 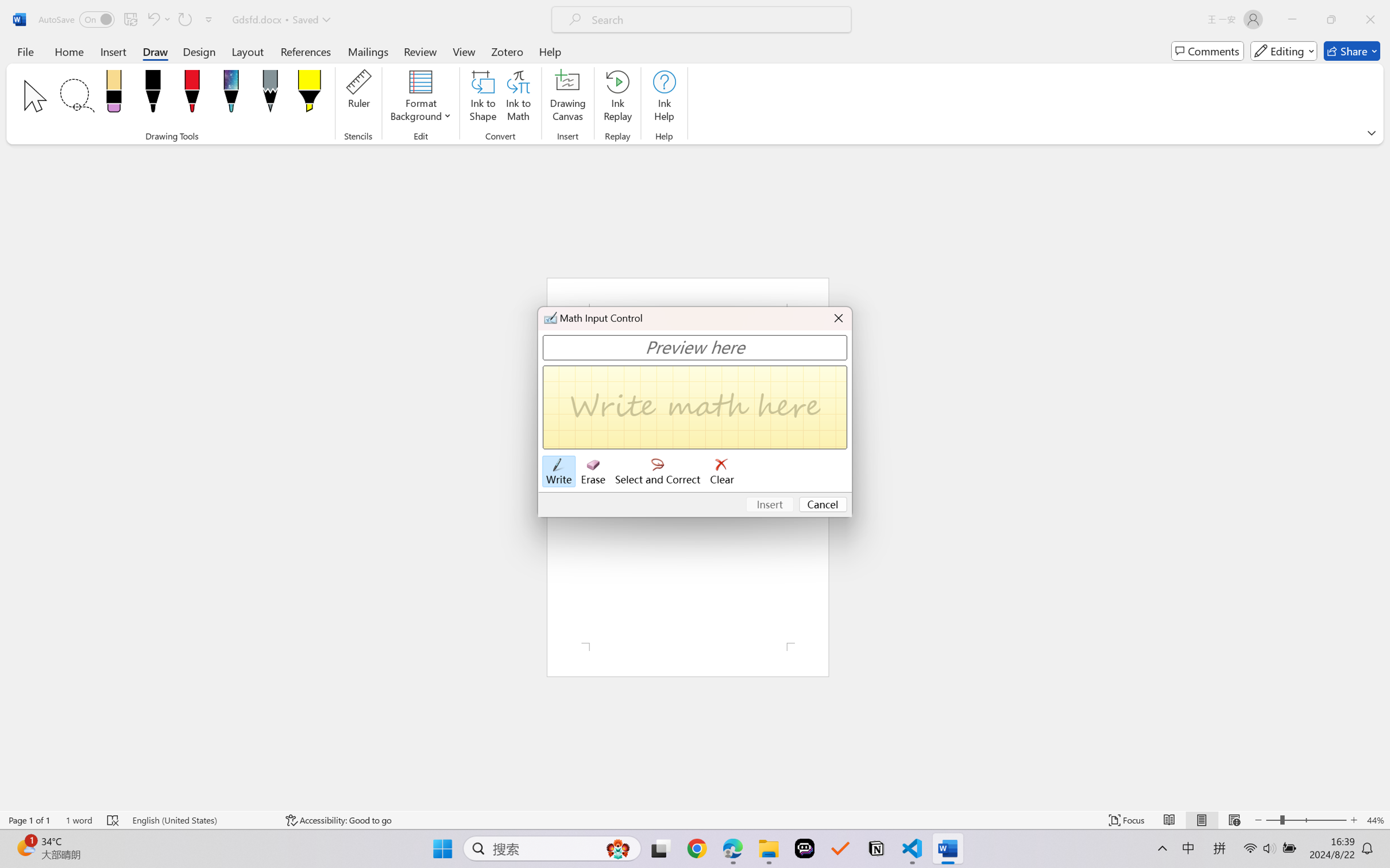 I want to click on 'Select and Correct', so click(x=658, y=471).